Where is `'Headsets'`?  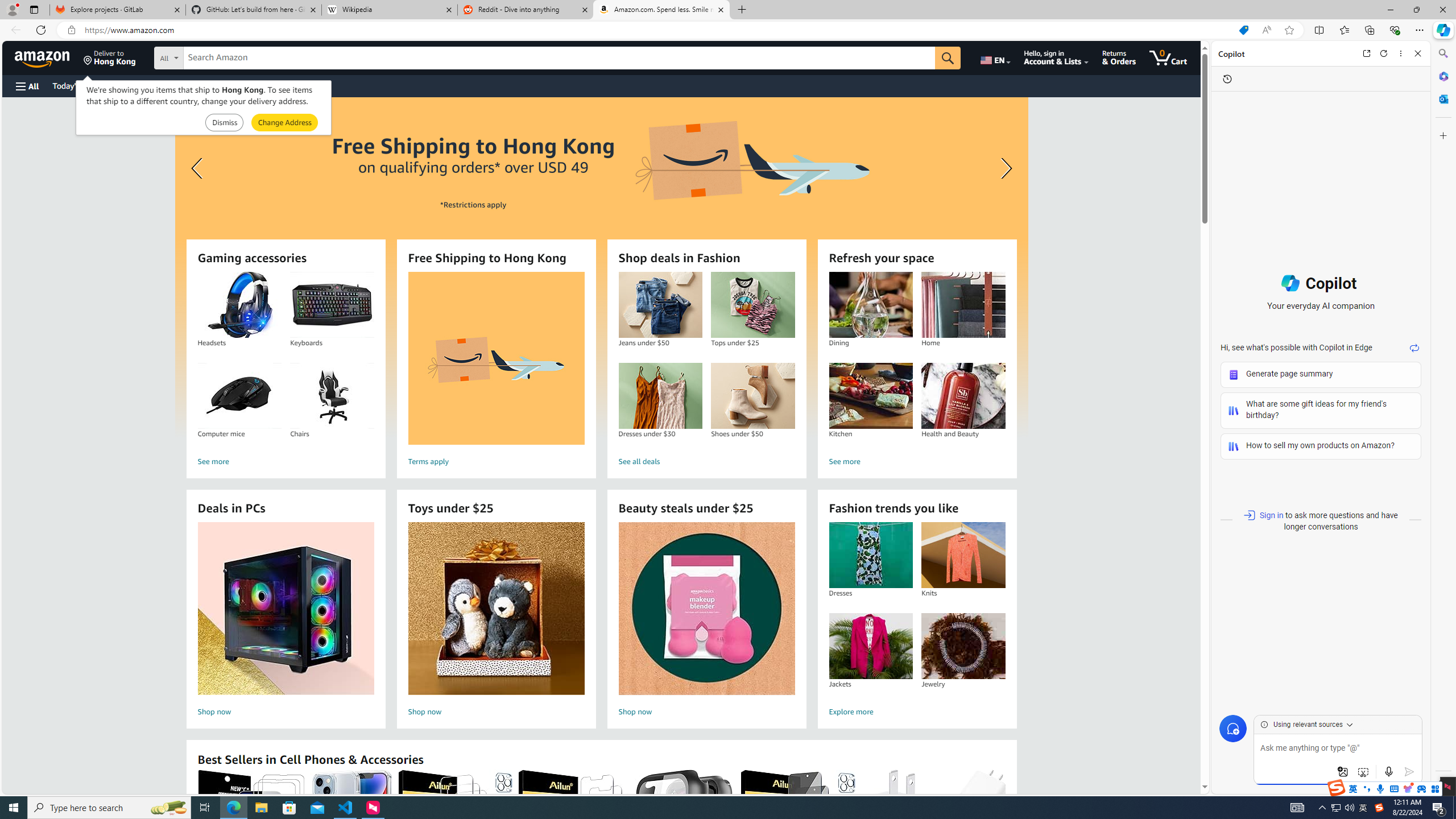 'Headsets' is located at coordinates (239, 305).